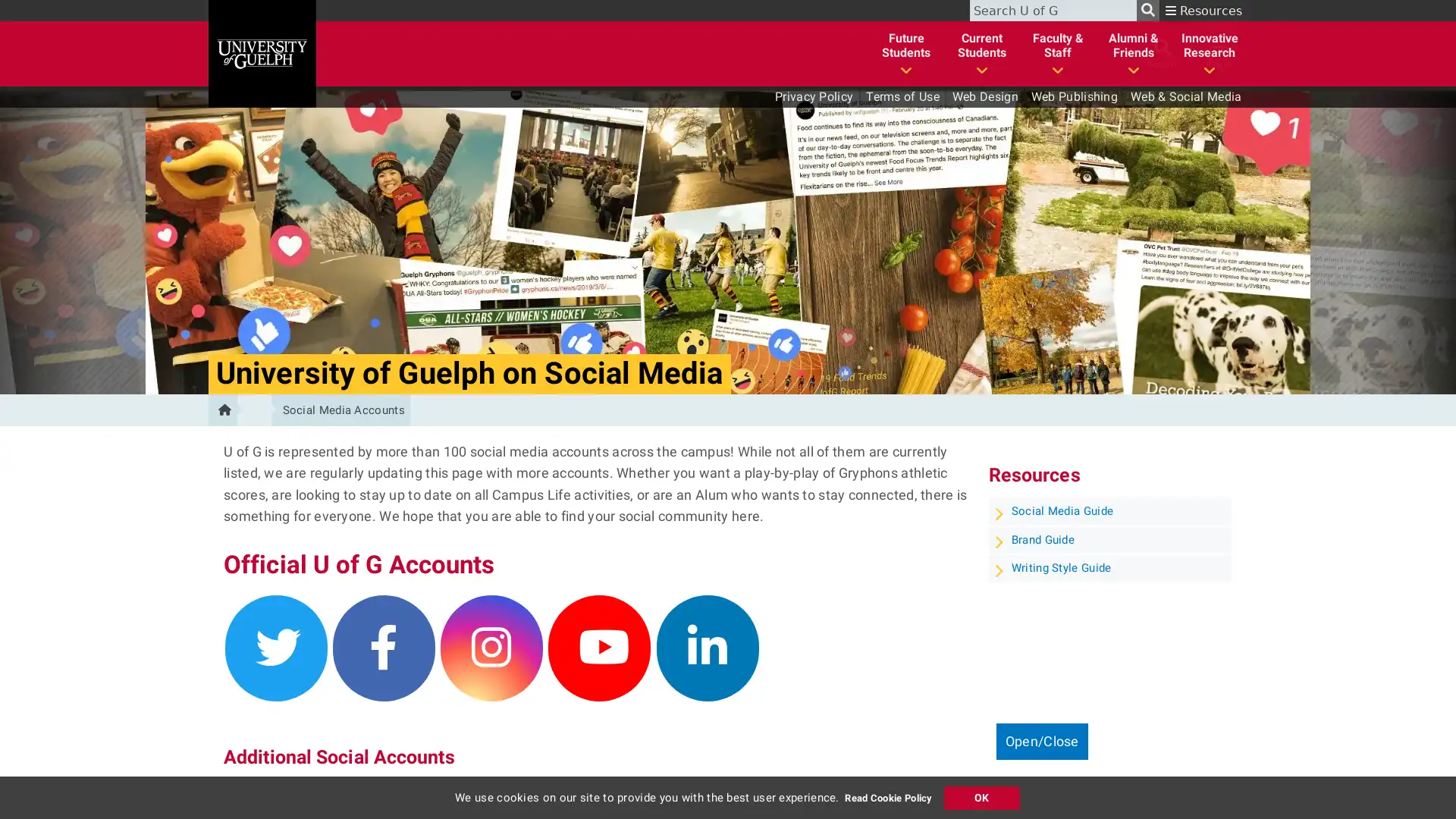  Describe the element at coordinates (1040, 740) in the screenshot. I see `Open/Close` at that location.